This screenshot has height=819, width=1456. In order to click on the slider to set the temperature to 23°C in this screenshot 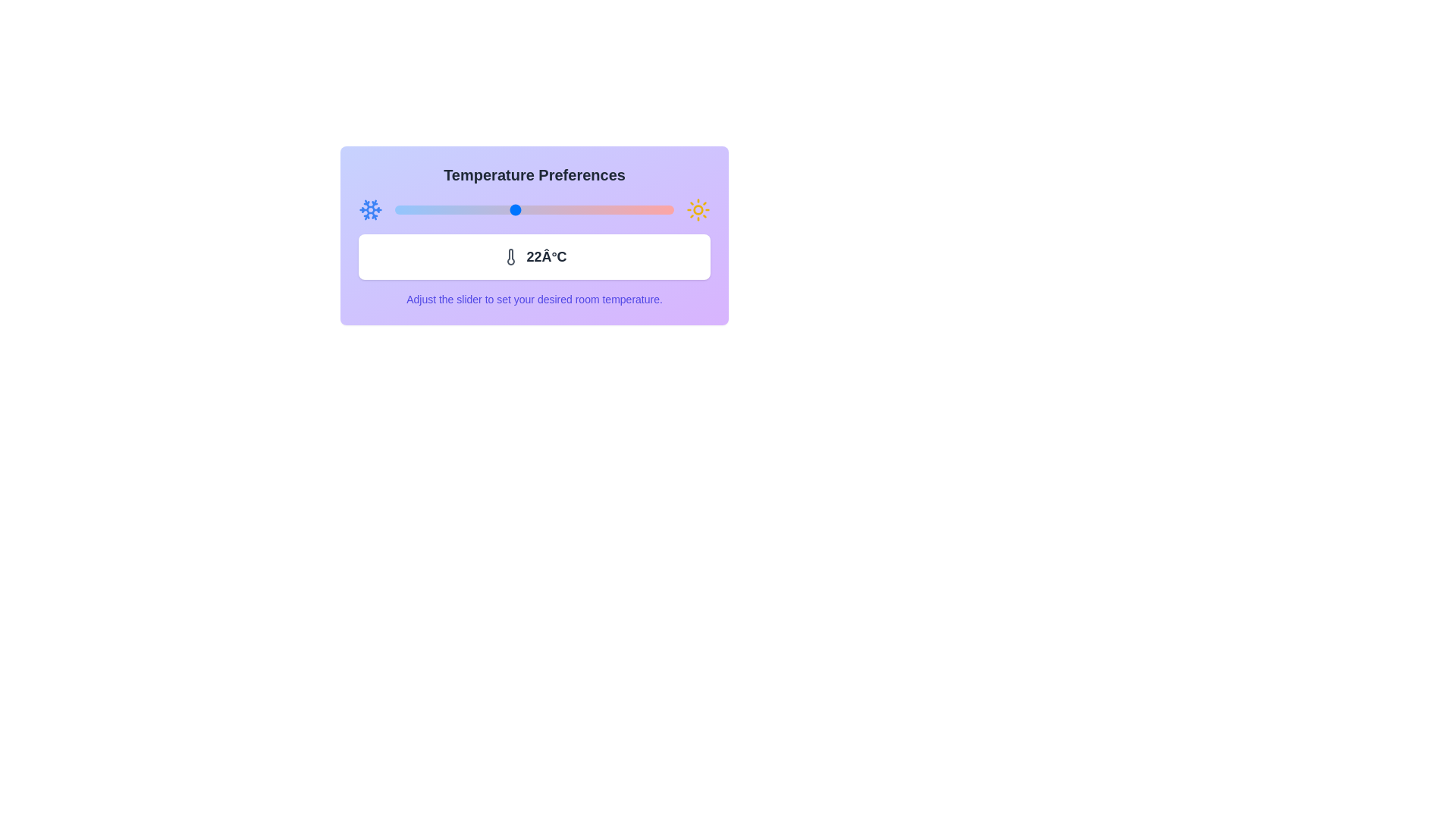, I will do `click(535, 210)`.